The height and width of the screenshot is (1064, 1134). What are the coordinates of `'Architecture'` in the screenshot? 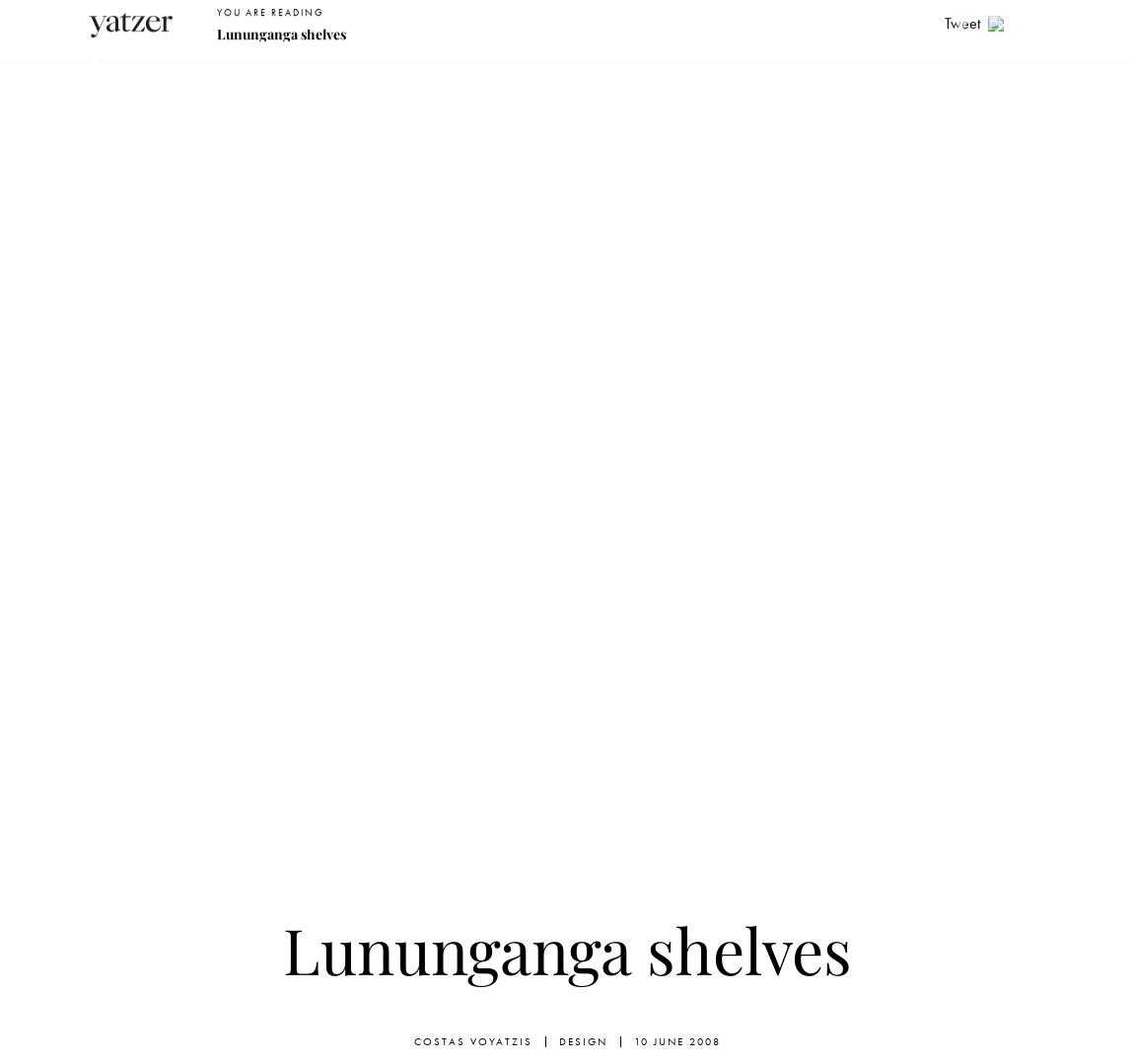 It's located at (403, 72).